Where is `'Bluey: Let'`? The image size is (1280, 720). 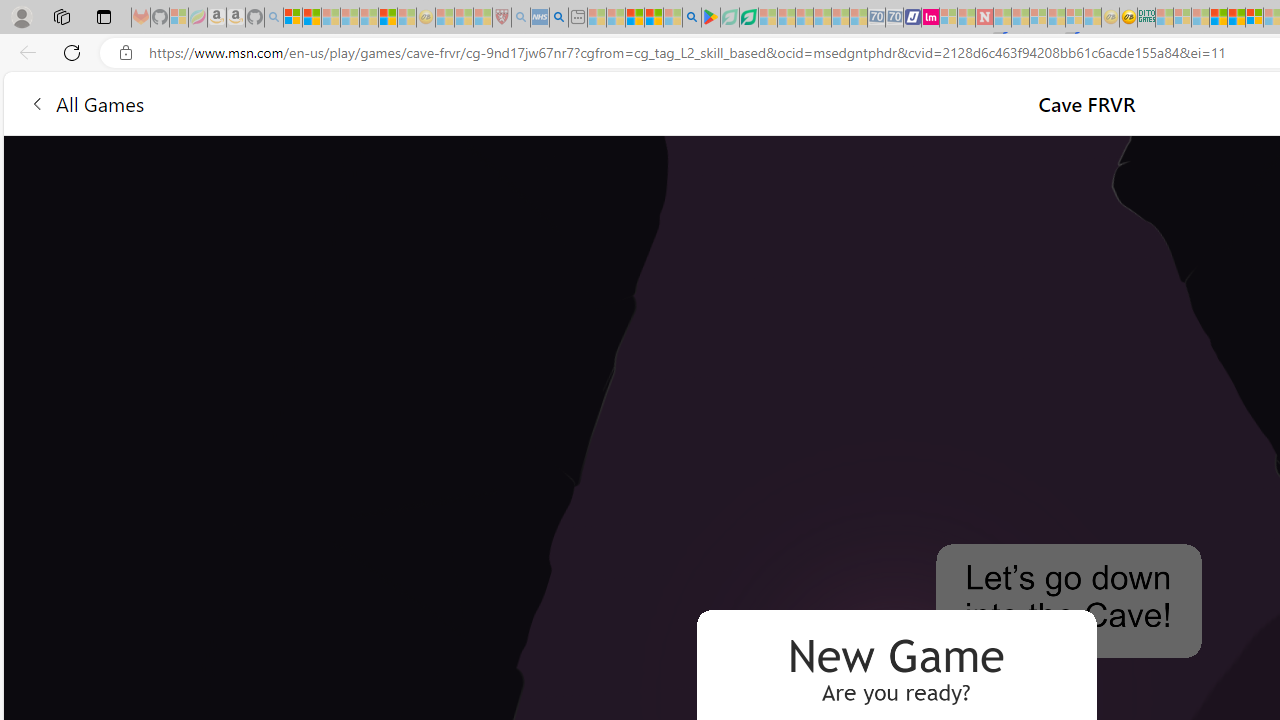
'Bluey: Let' is located at coordinates (711, 17).